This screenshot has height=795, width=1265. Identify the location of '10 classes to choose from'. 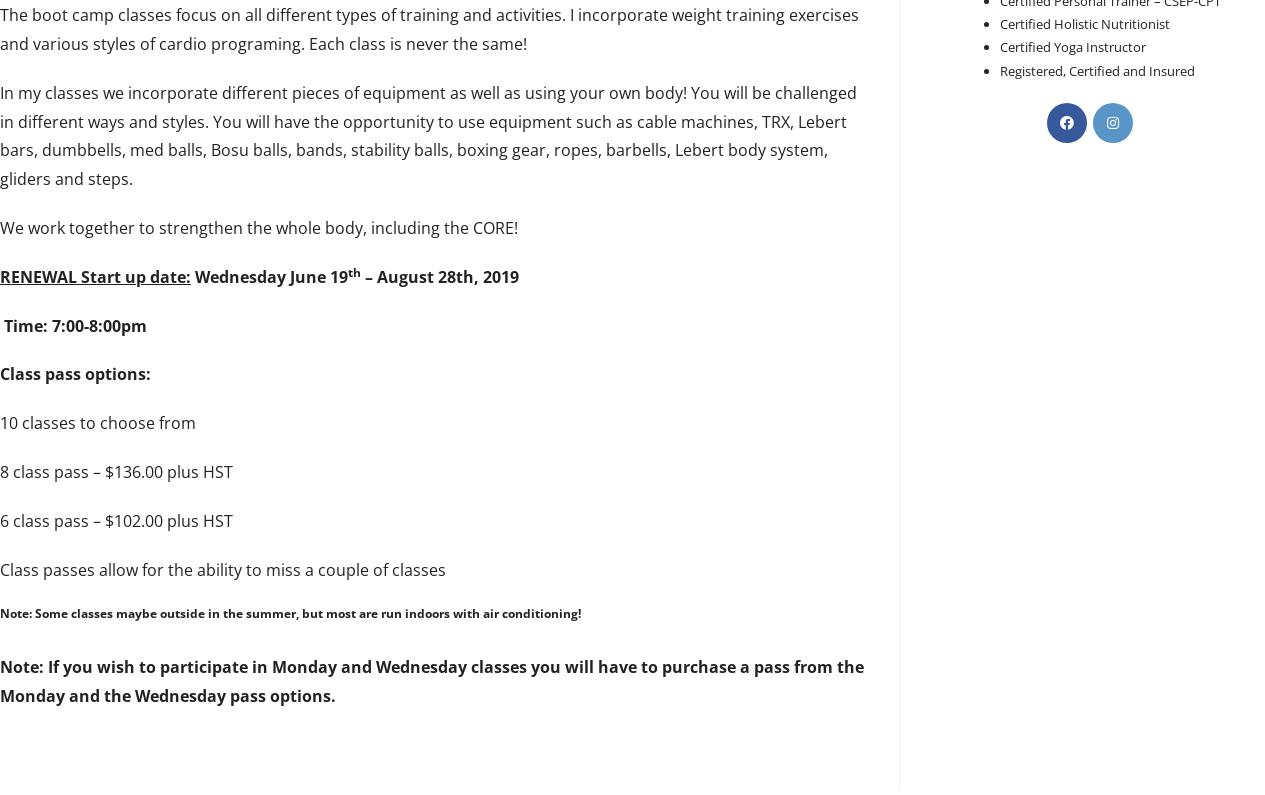
(97, 423).